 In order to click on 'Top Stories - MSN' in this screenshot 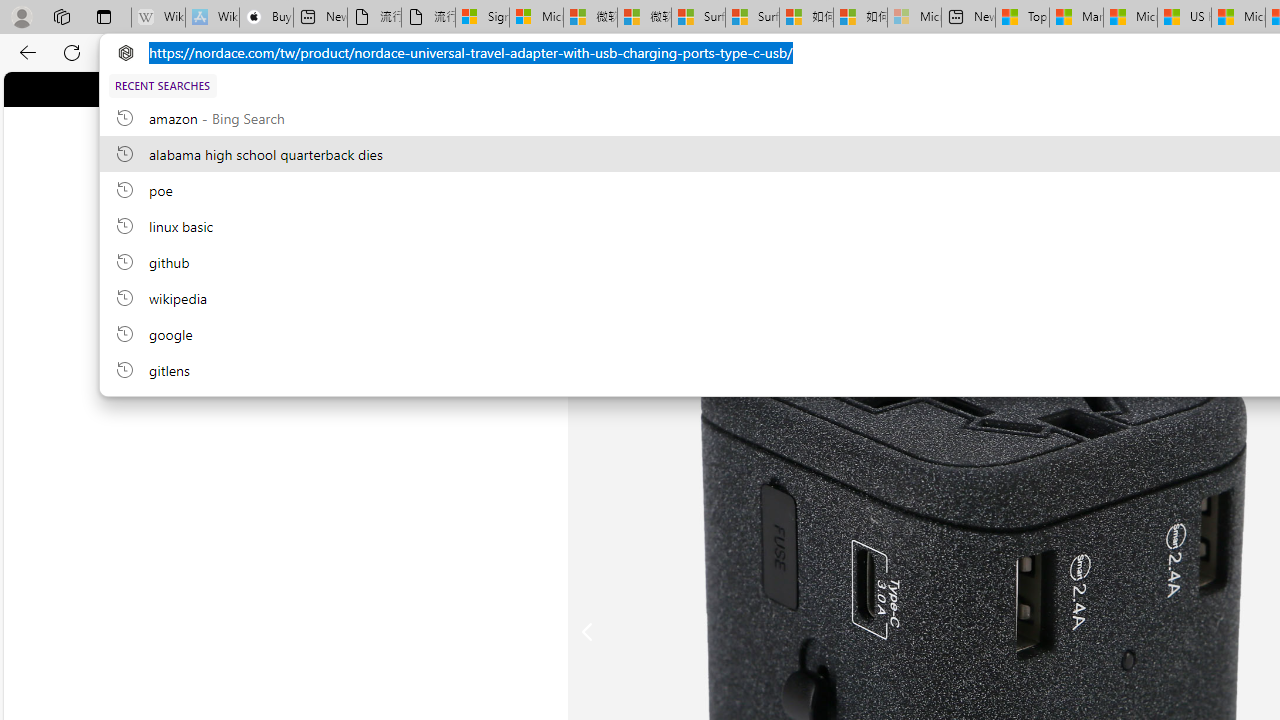, I will do `click(1022, 17)`.